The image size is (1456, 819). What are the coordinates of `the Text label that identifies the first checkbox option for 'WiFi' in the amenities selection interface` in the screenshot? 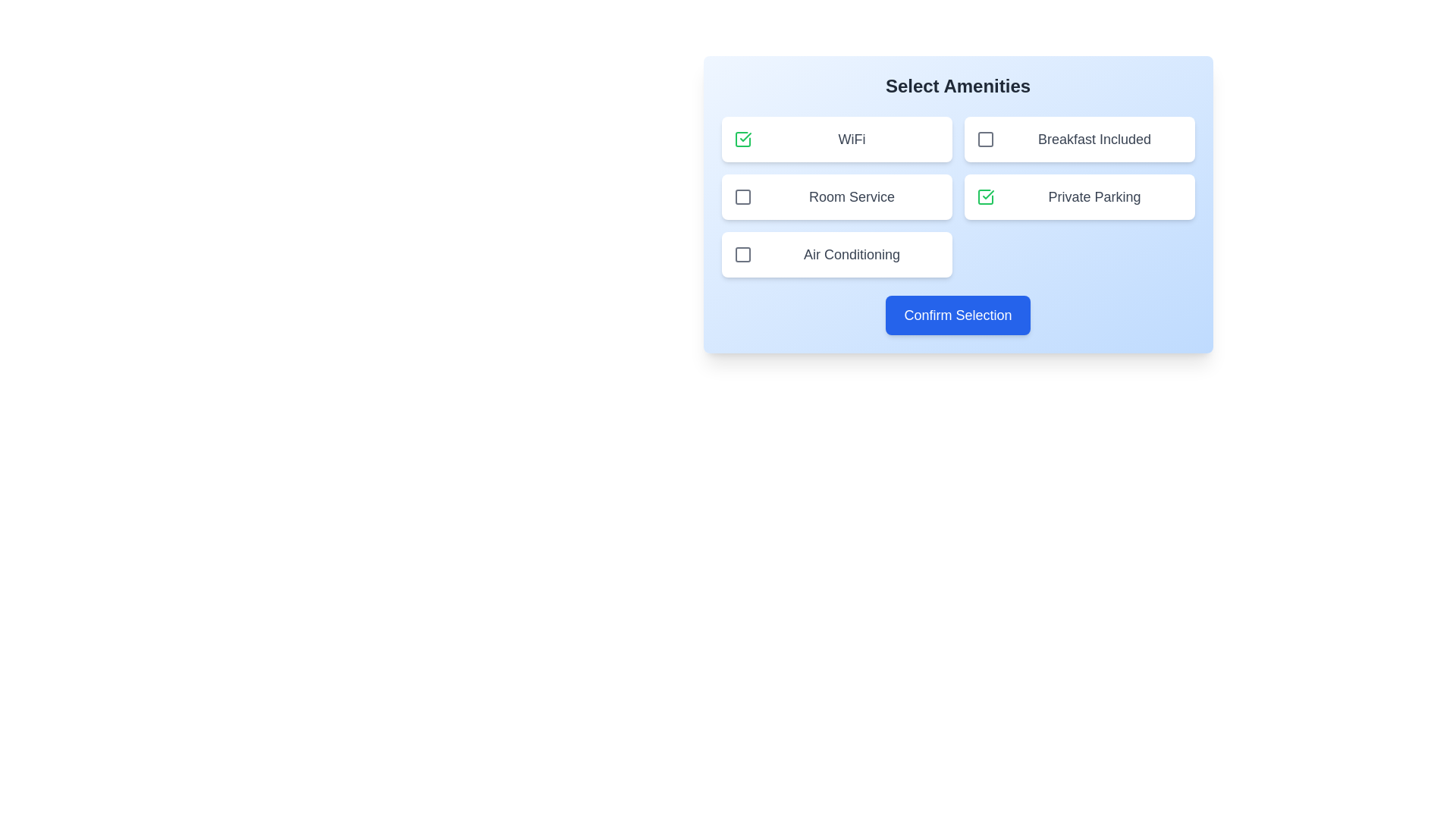 It's located at (852, 140).